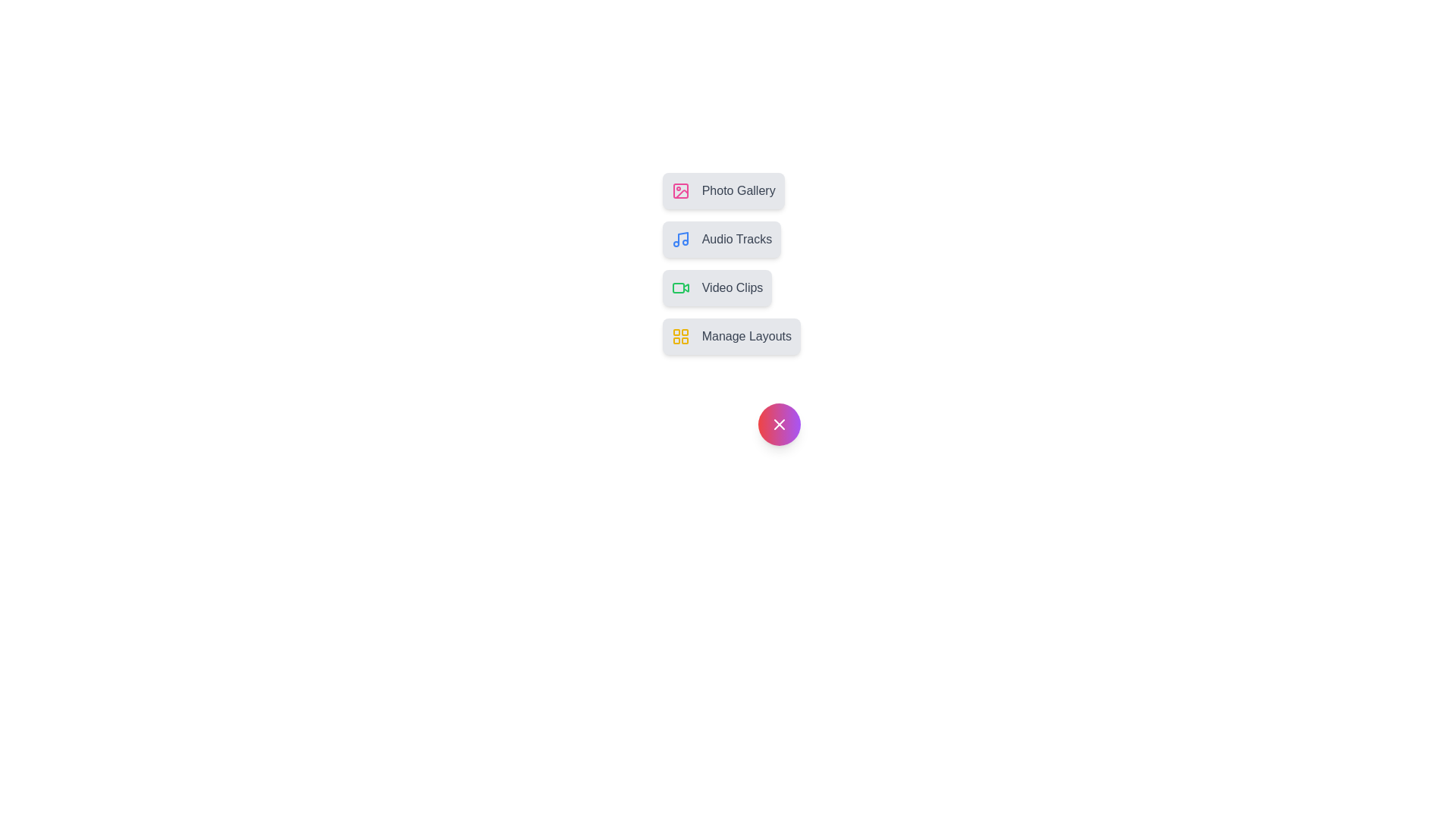  What do you see at coordinates (779, 424) in the screenshot?
I see `the 'X' icon within the circular button that has a gradient background from red to purple` at bounding box center [779, 424].